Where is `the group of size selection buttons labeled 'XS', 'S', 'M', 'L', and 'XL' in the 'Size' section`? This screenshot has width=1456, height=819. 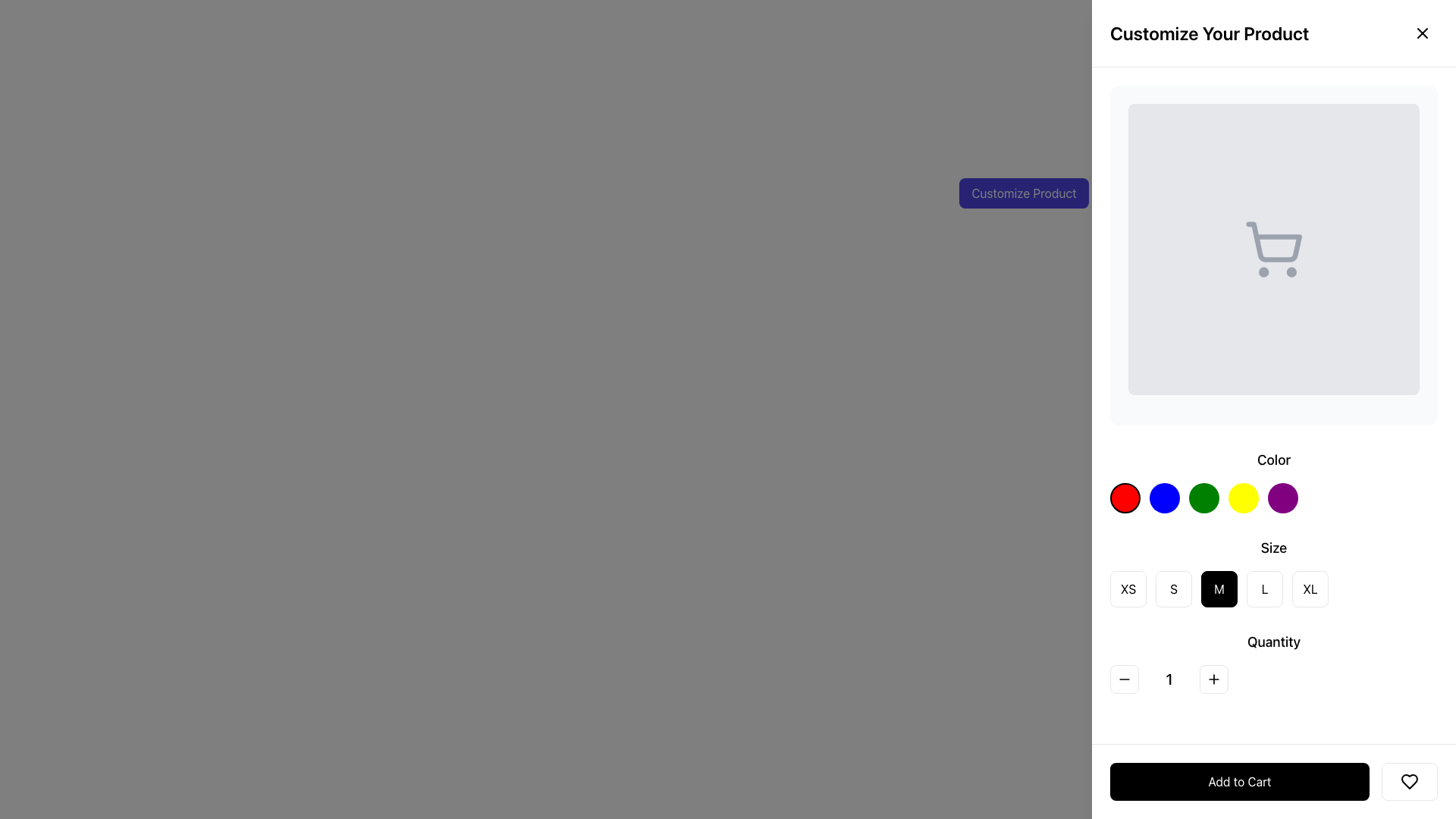
the group of size selection buttons labeled 'XS', 'S', 'M', 'L', and 'XL' in the 'Size' section is located at coordinates (1274, 573).